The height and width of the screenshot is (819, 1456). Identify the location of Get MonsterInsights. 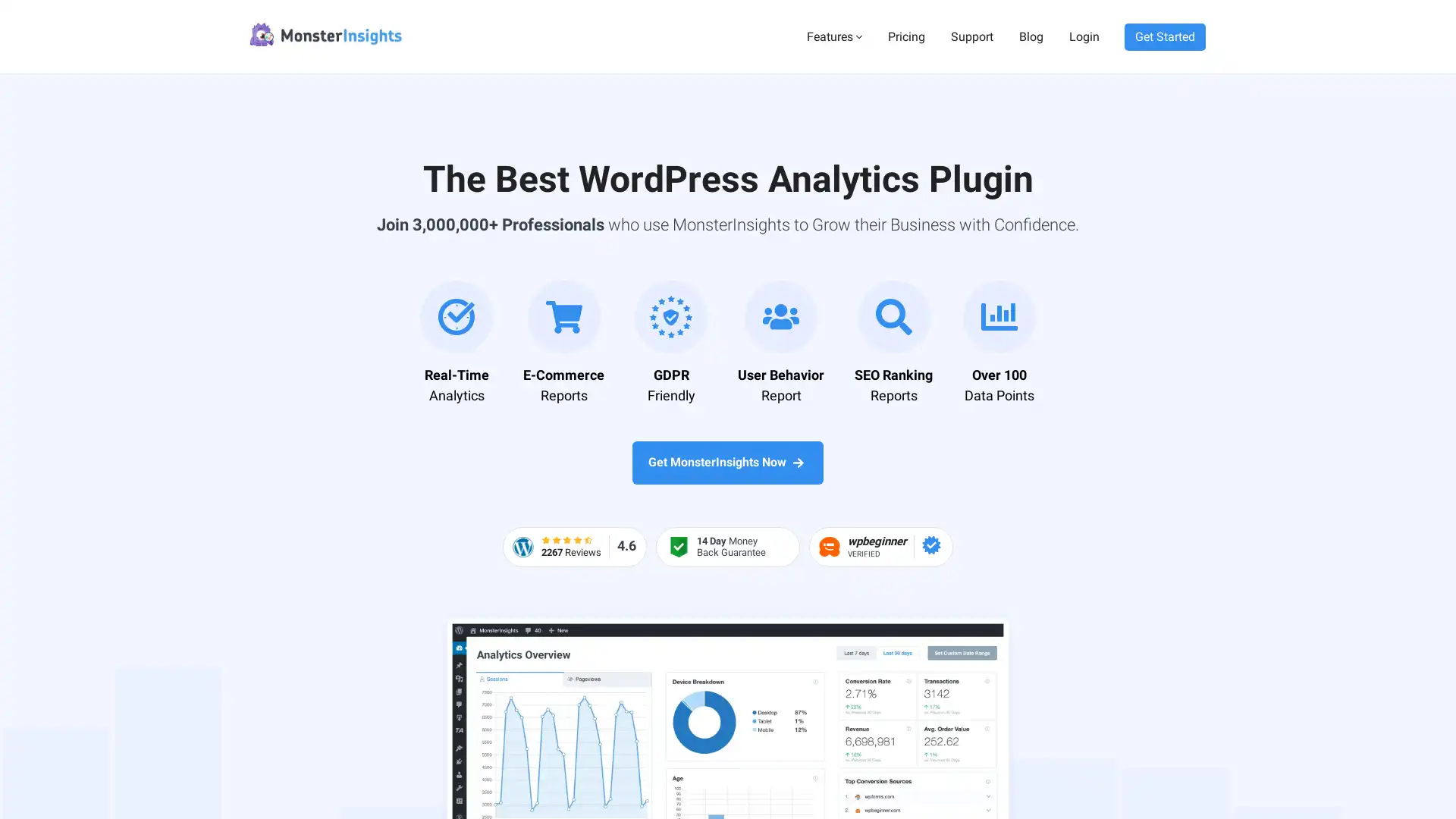
(1314, 775).